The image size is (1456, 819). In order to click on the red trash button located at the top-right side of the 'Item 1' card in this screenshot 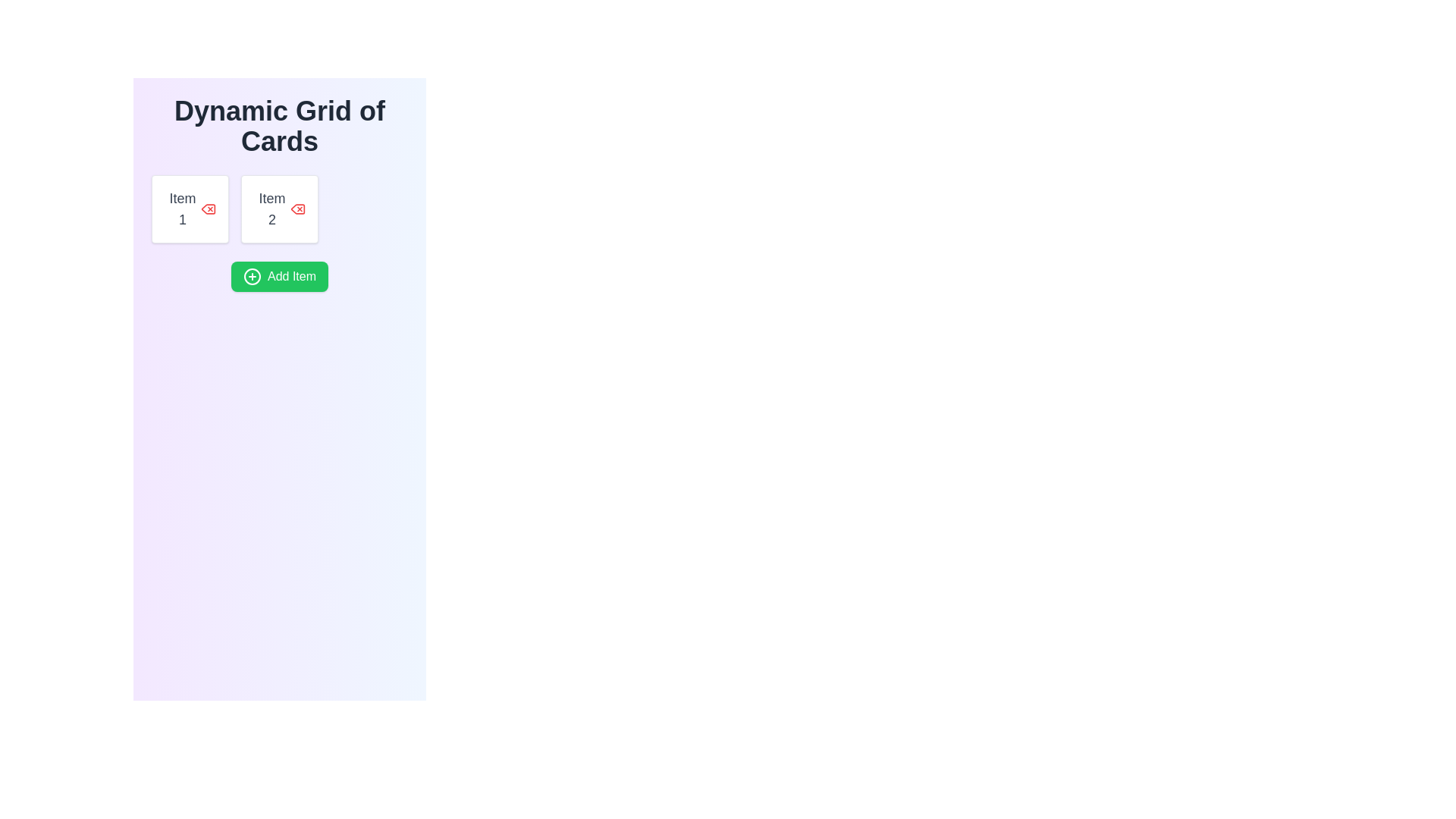, I will do `click(207, 209)`.